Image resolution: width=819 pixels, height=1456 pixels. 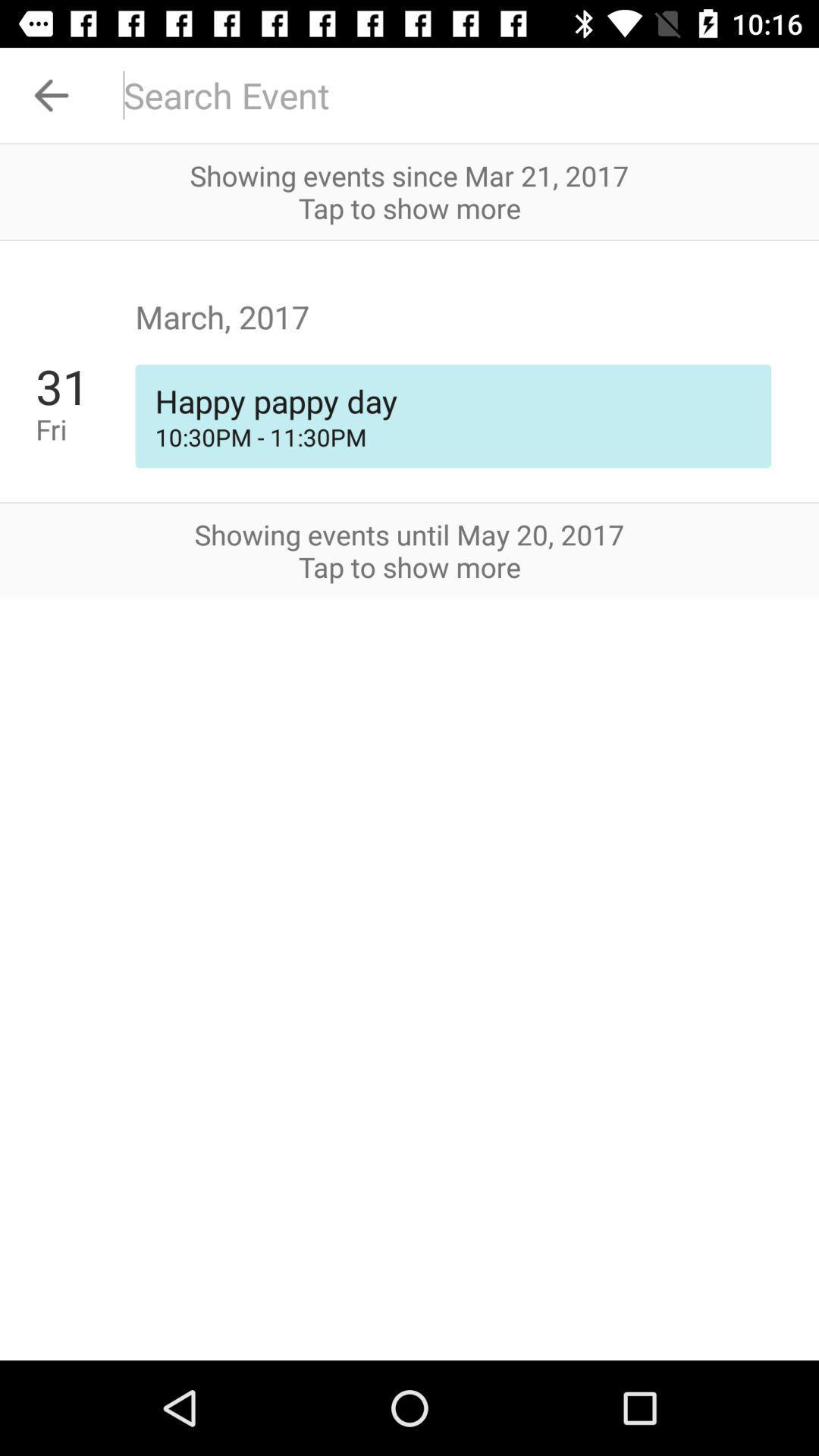 I want to click on the icon below 10 30pm 11 app, so click(x=409, y=502).